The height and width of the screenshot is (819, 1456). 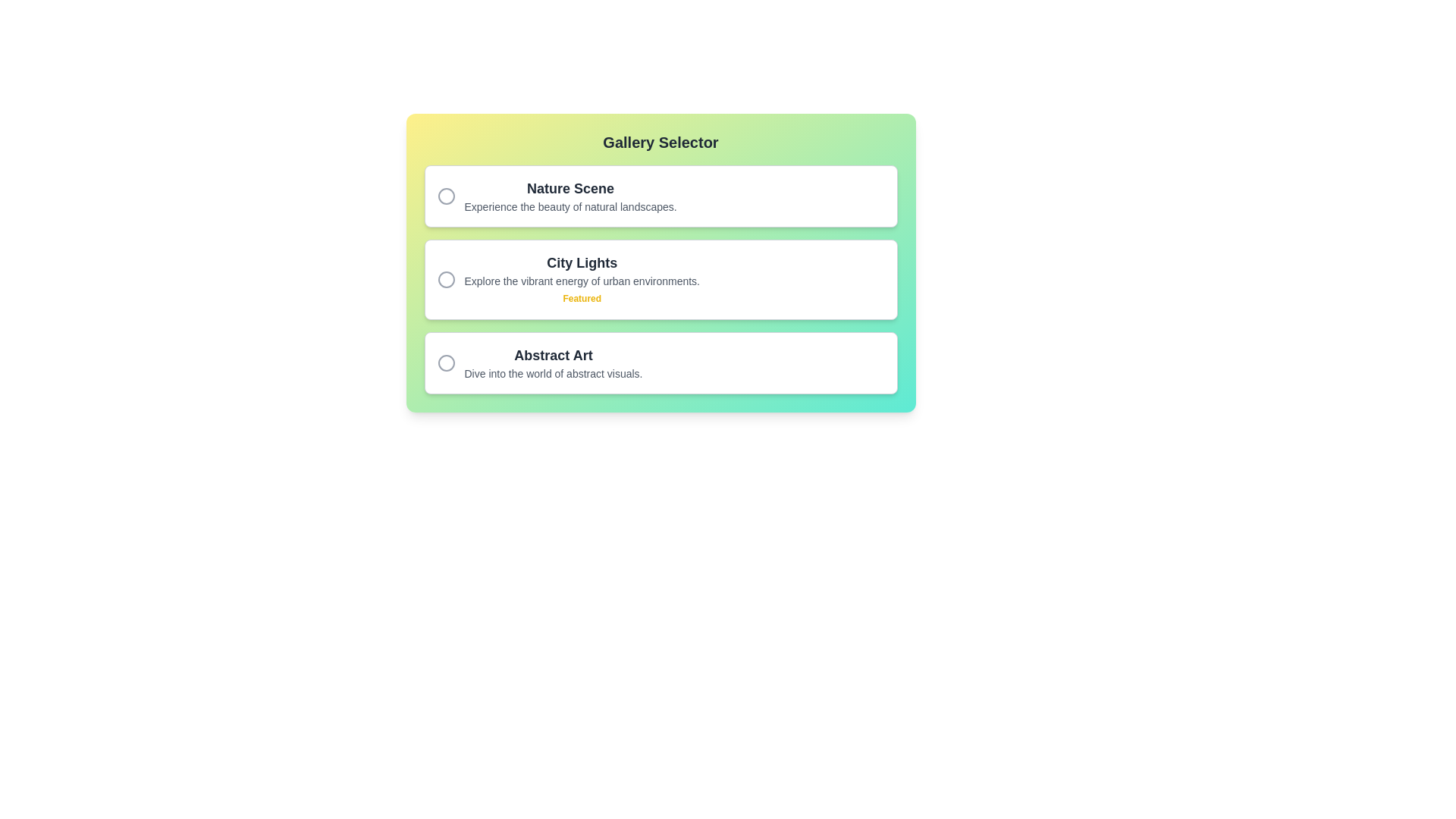 I want to click on the inner circular shape of the radio button for the 'Abstract Art' option in the 'Gallery Selector' menu, so click(x=445, y=362).